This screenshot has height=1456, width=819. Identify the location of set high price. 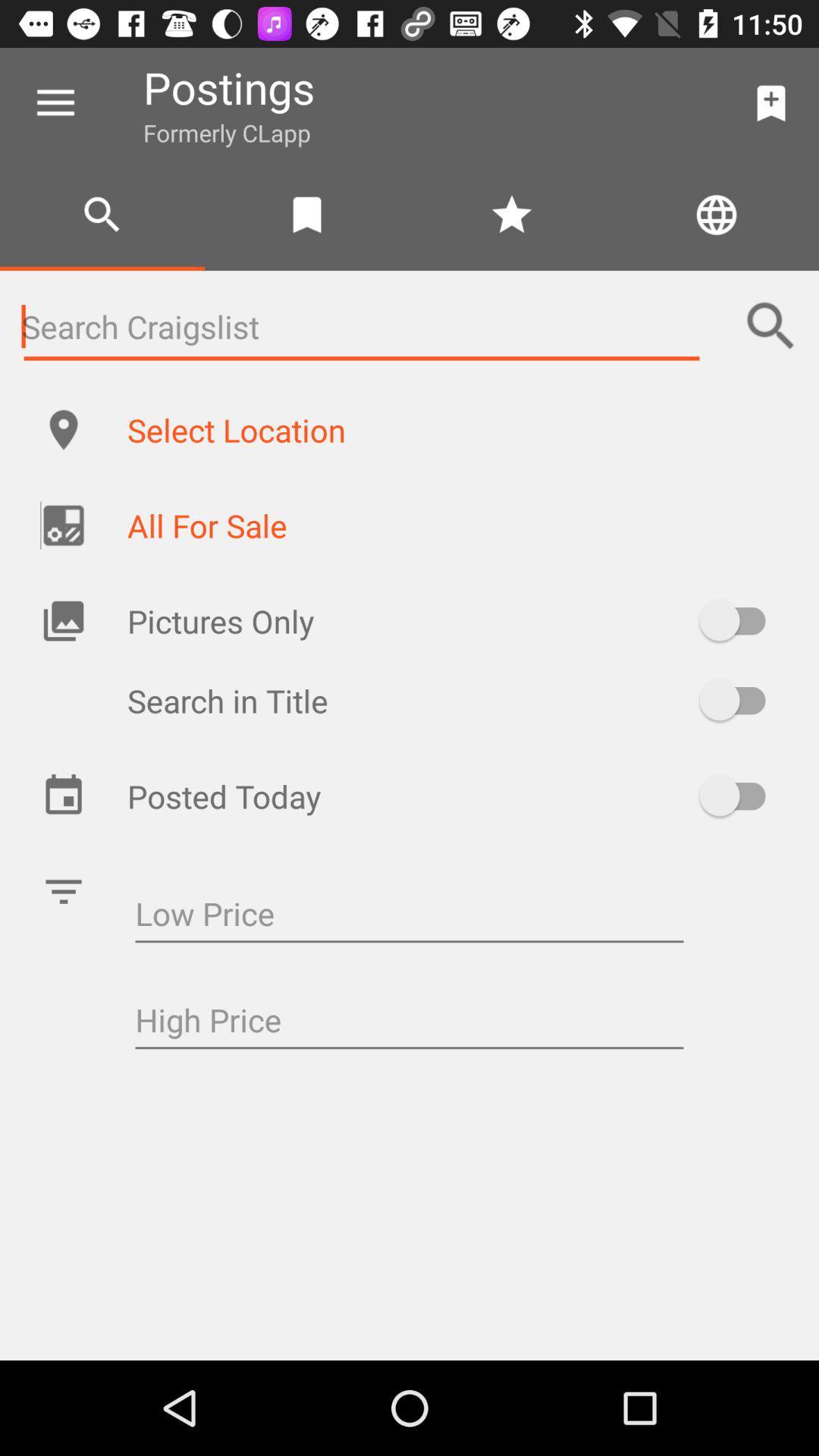
(409, 1022).